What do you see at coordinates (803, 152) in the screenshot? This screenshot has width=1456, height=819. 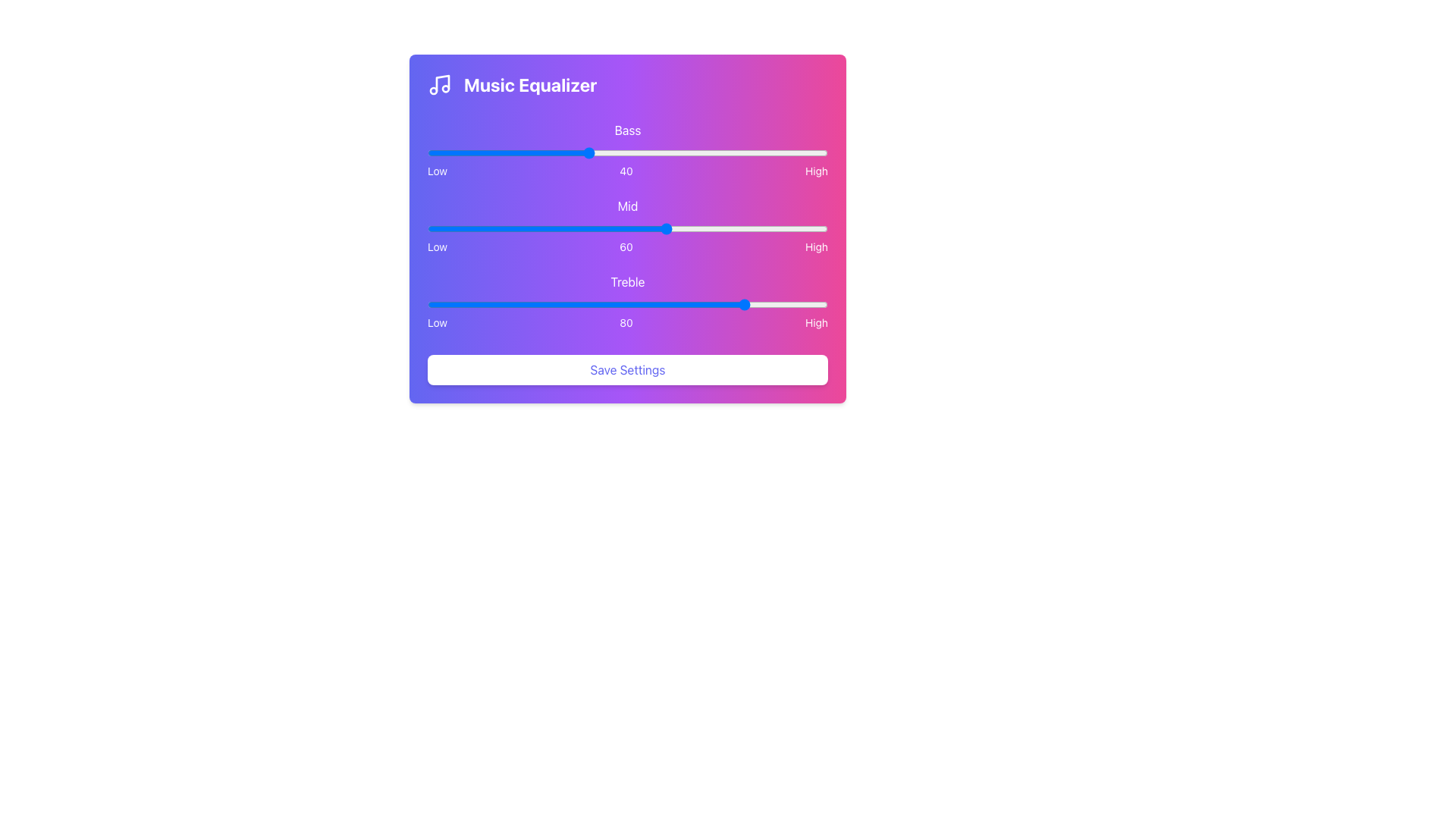 I see `the bass level` at bounding box center [803, 152].